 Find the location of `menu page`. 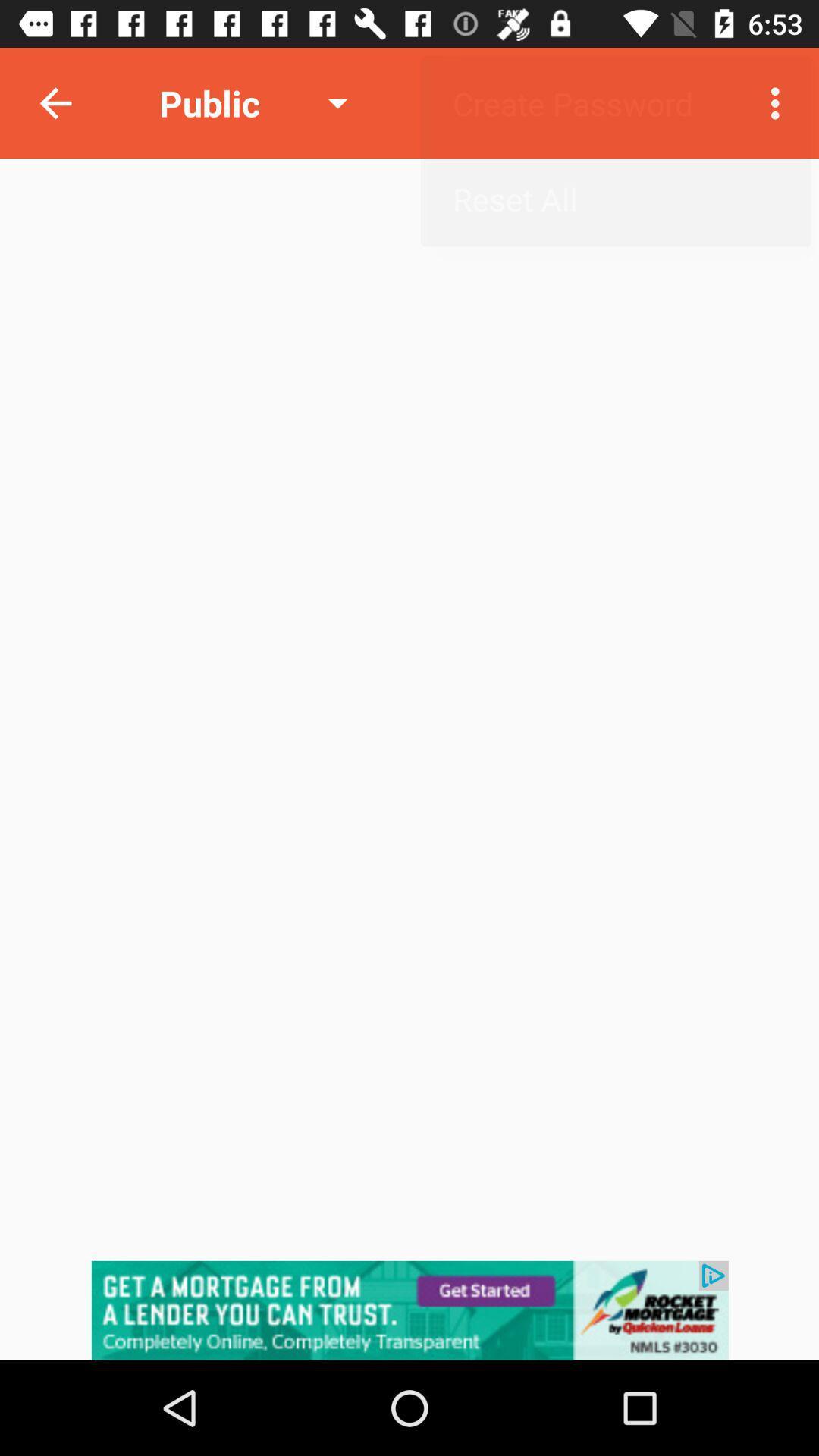

menu page is located at coordinates (409, 1310).